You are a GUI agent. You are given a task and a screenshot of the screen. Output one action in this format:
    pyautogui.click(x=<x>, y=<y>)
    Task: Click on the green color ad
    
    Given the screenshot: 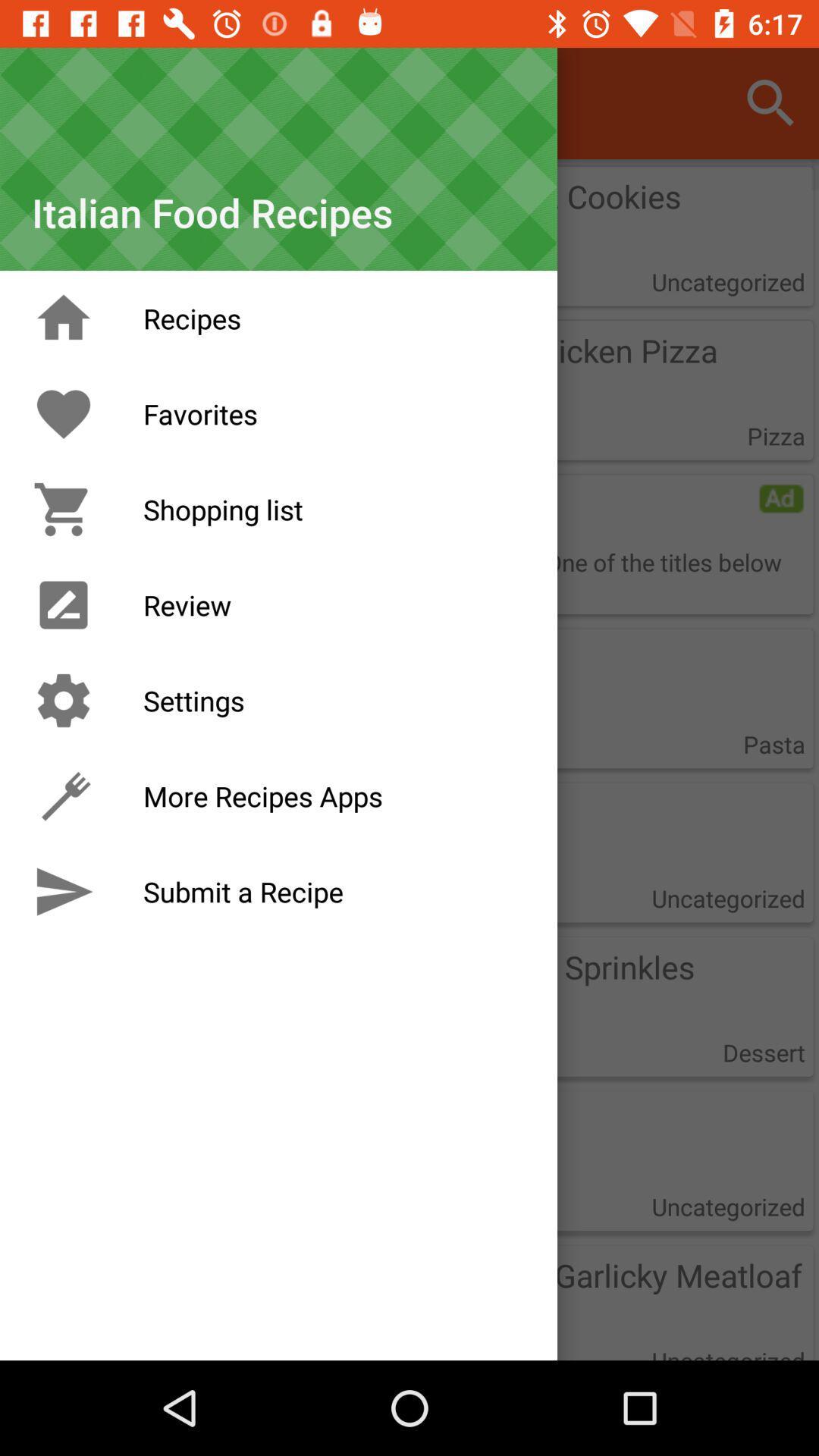 What is the action you would take?
    pyautogui.click(x=781, y=498)
    